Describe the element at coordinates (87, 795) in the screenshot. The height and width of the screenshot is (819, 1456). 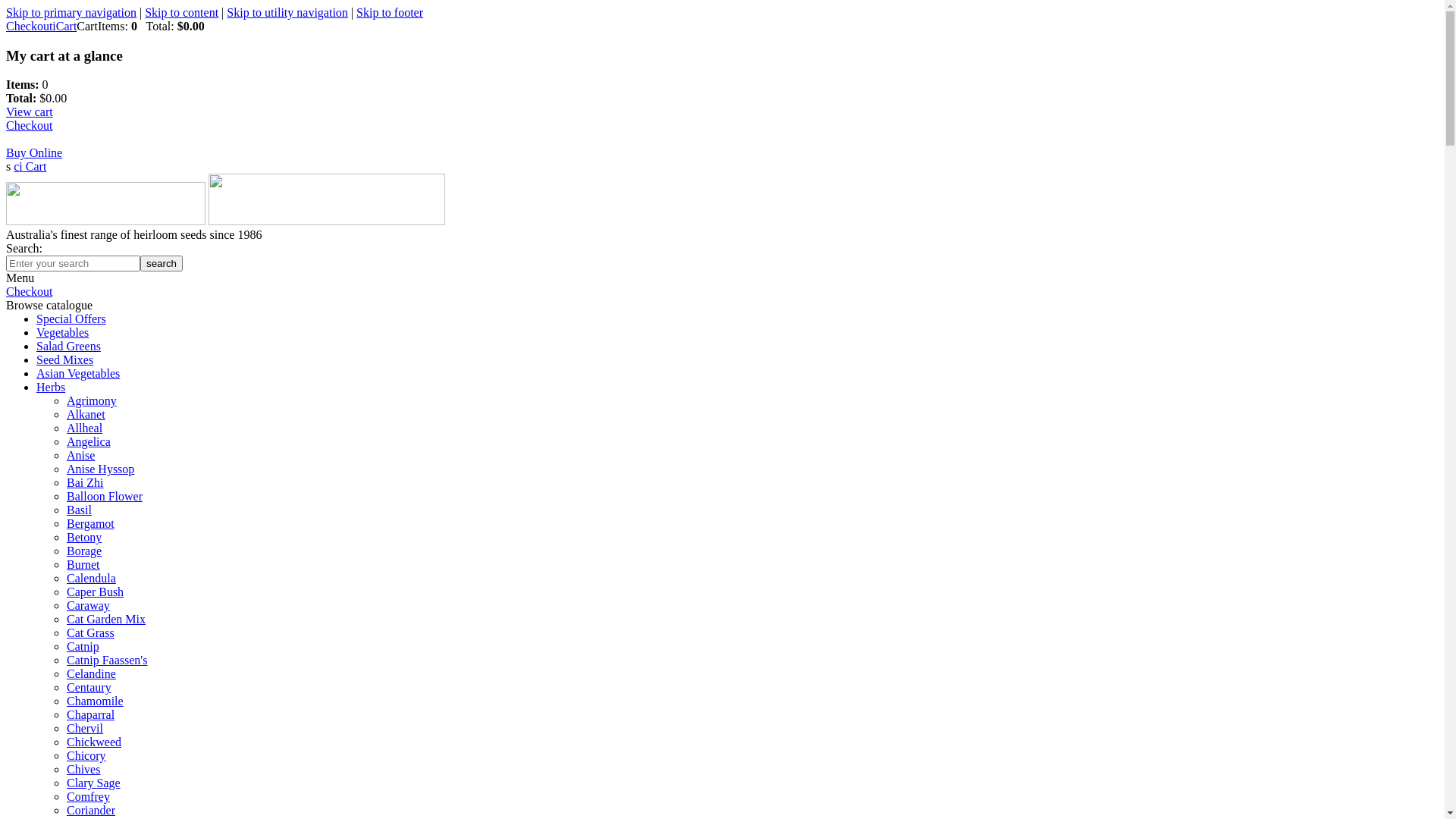
I see `'Comfrey'` at that location.